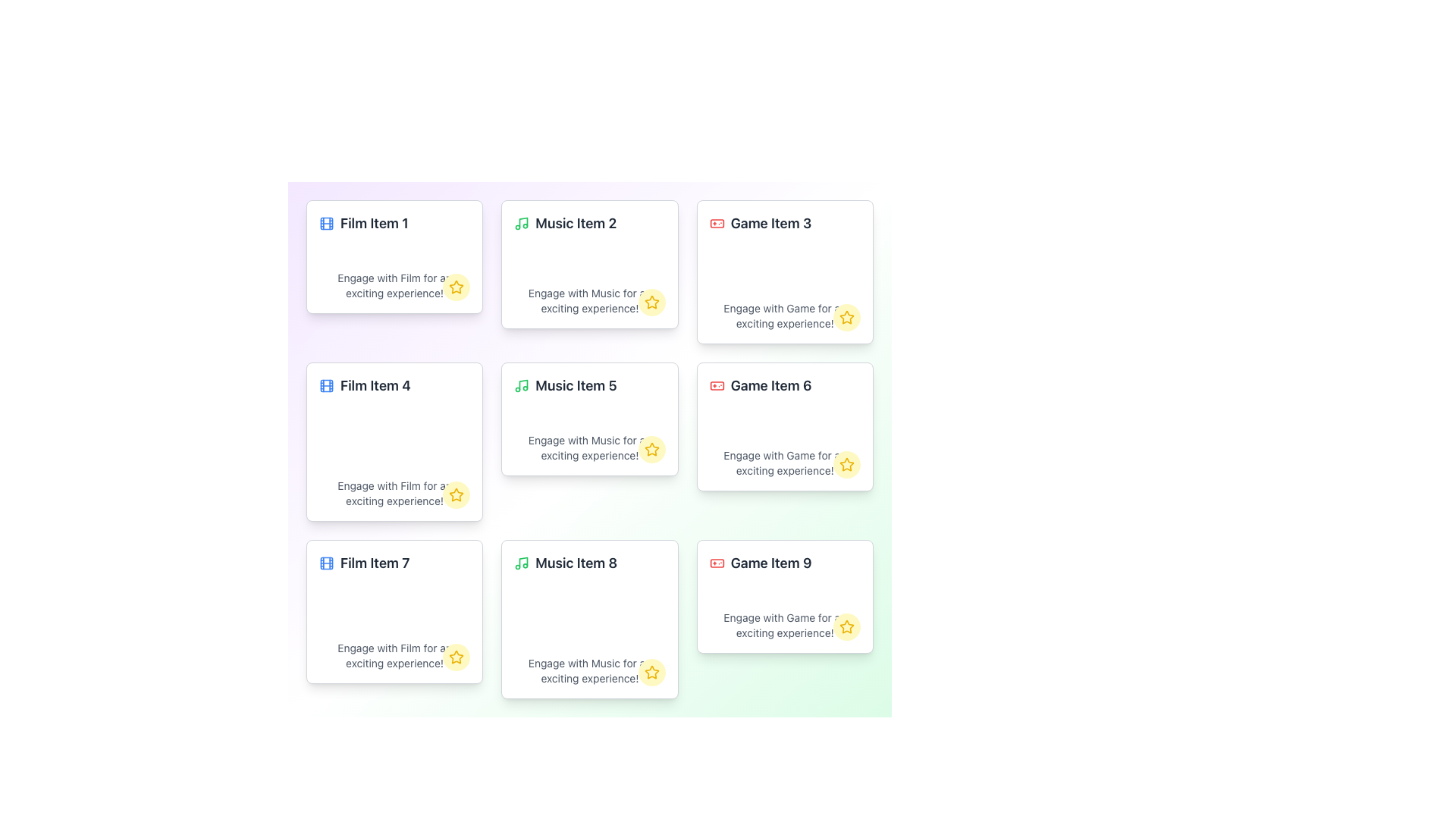 Image resolution: width=1456 pixels, height=819 pixels. What do you see at coordinates (651, 672) in the screenshot?
I see `the star-shaped icon button outlined in gold within a light yellow circular background located at the bottom-right corner of the 'Music Item 8' card to favorite the item` at bounding box center [651, 672].